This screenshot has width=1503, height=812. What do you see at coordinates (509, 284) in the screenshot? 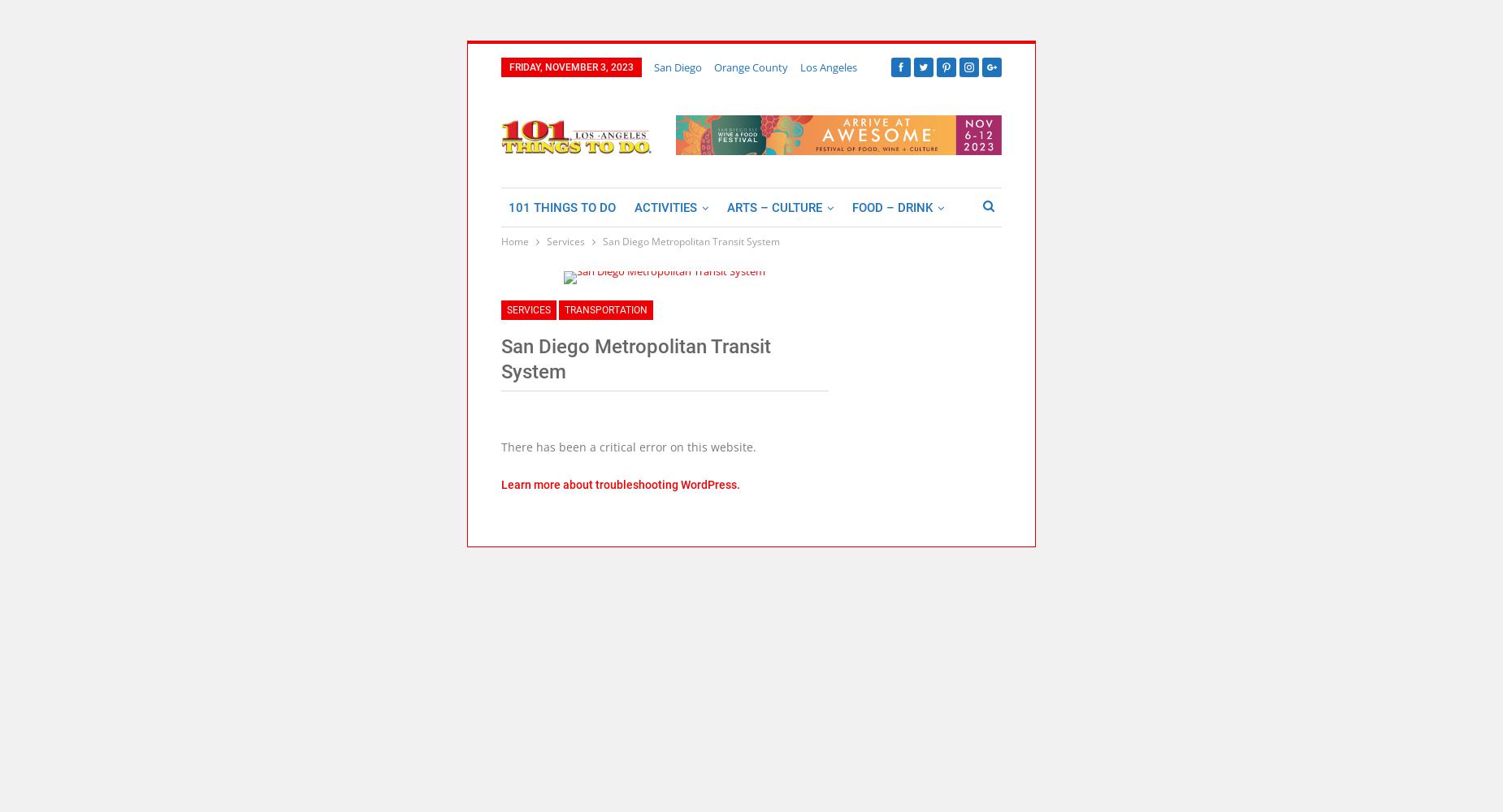
I see `'Advertise With Us'` at bounding box center [509, 284].